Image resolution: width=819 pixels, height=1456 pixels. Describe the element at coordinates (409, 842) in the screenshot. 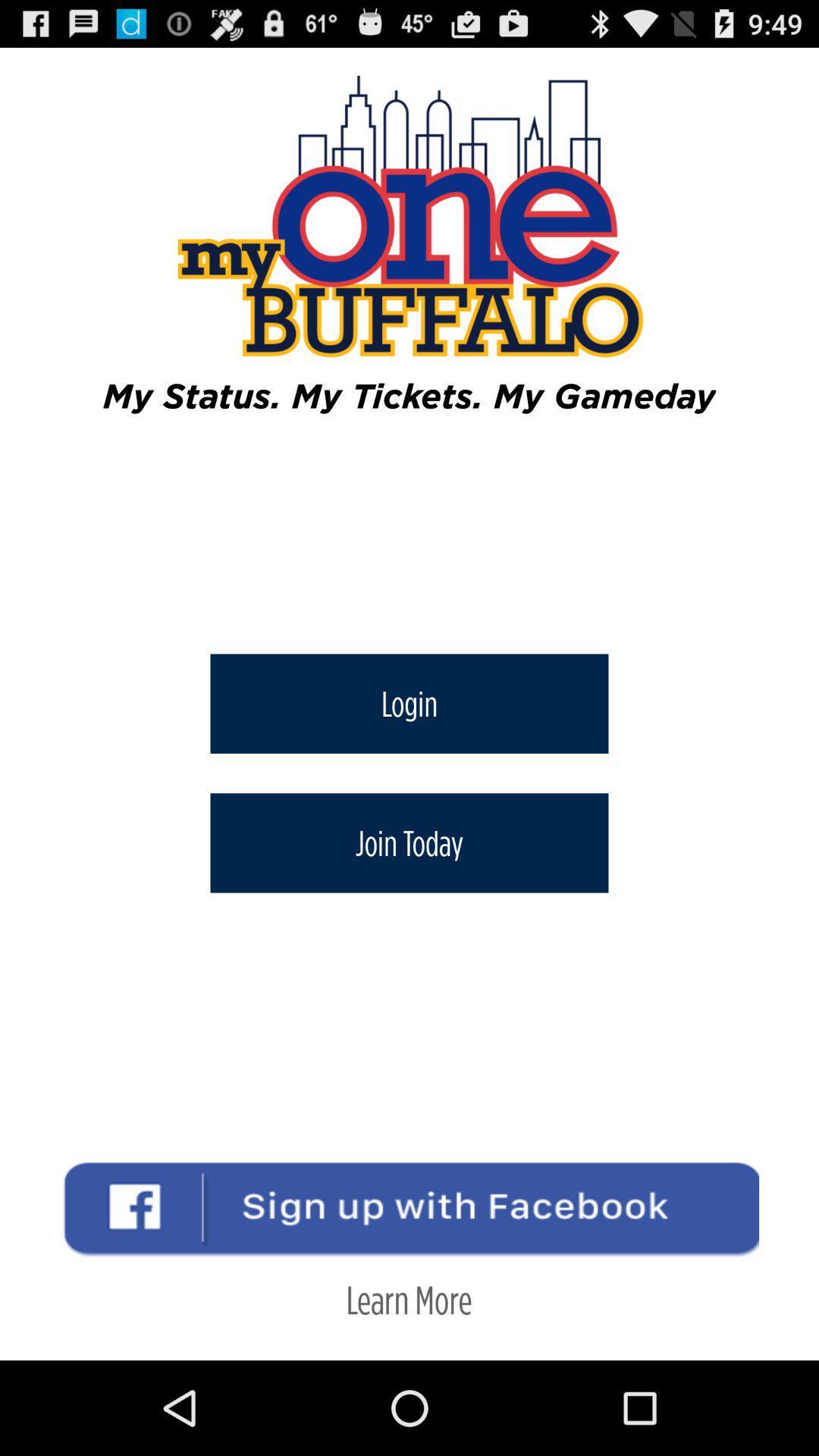

I see `join today` at that location.